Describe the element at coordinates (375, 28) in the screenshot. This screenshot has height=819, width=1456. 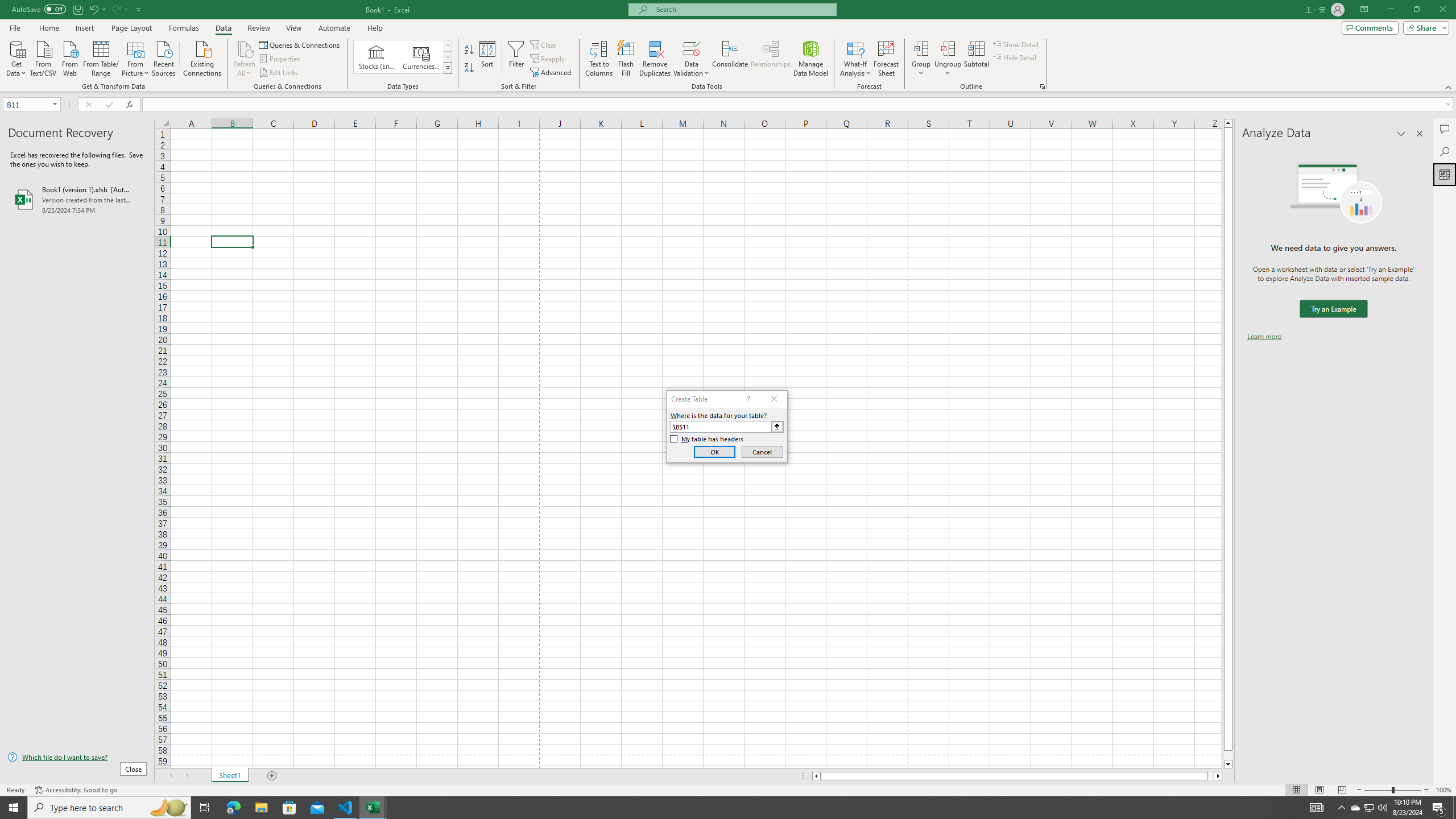
I see `'Help'` at that location.